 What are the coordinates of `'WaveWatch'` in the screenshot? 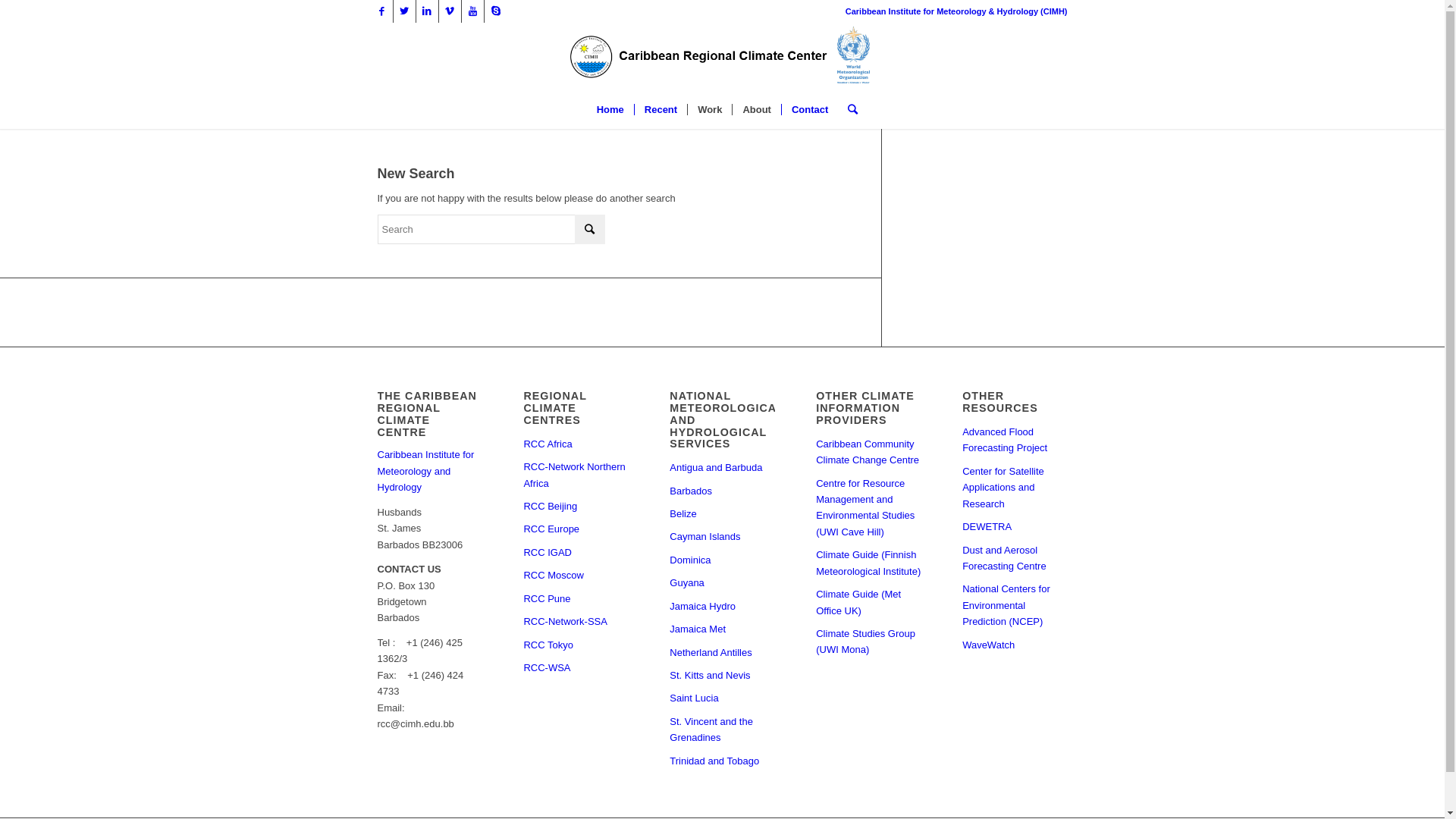 It's located at (1015, 645).